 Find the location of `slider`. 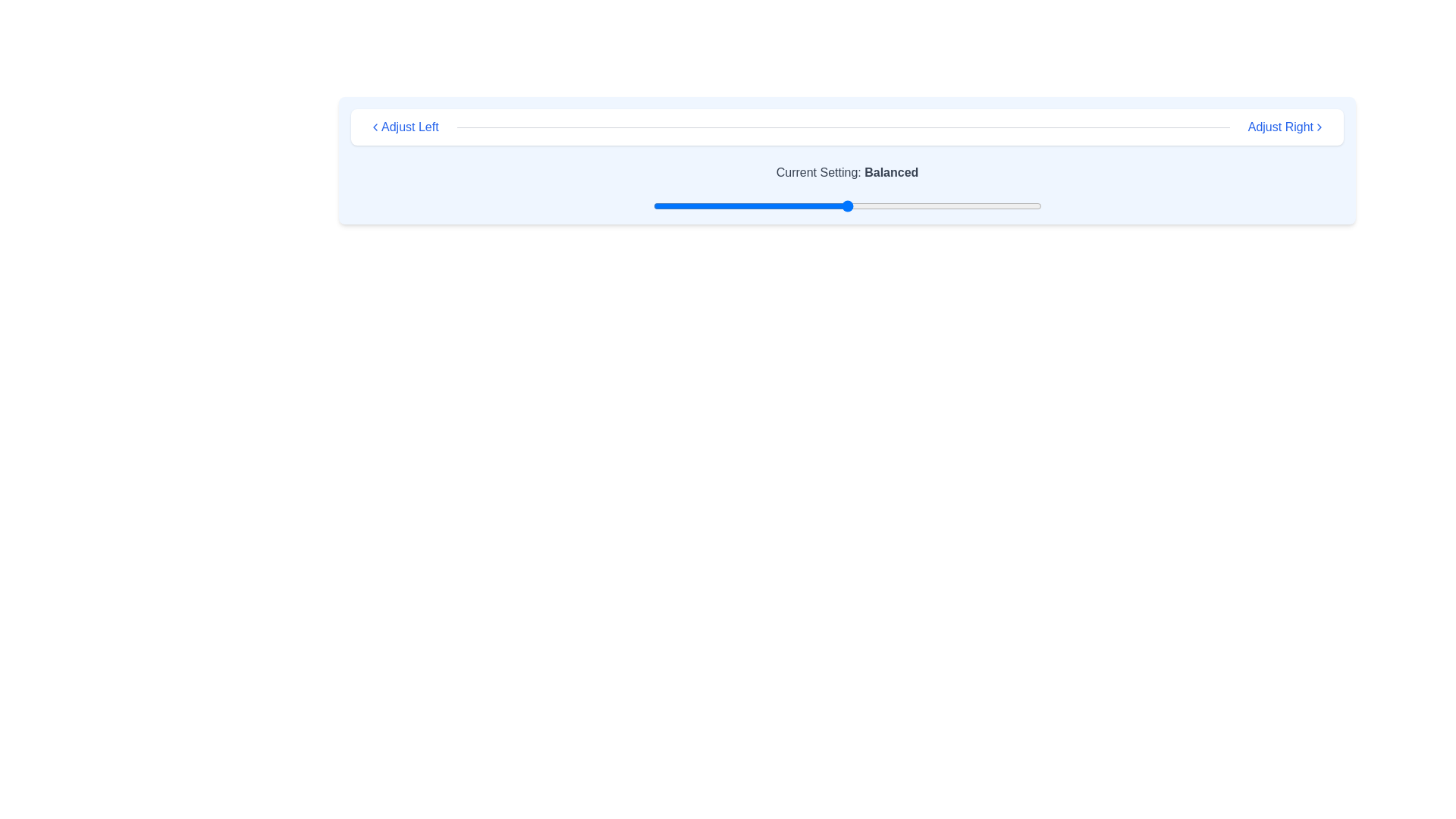

slider is located at coordinates (730, 206).